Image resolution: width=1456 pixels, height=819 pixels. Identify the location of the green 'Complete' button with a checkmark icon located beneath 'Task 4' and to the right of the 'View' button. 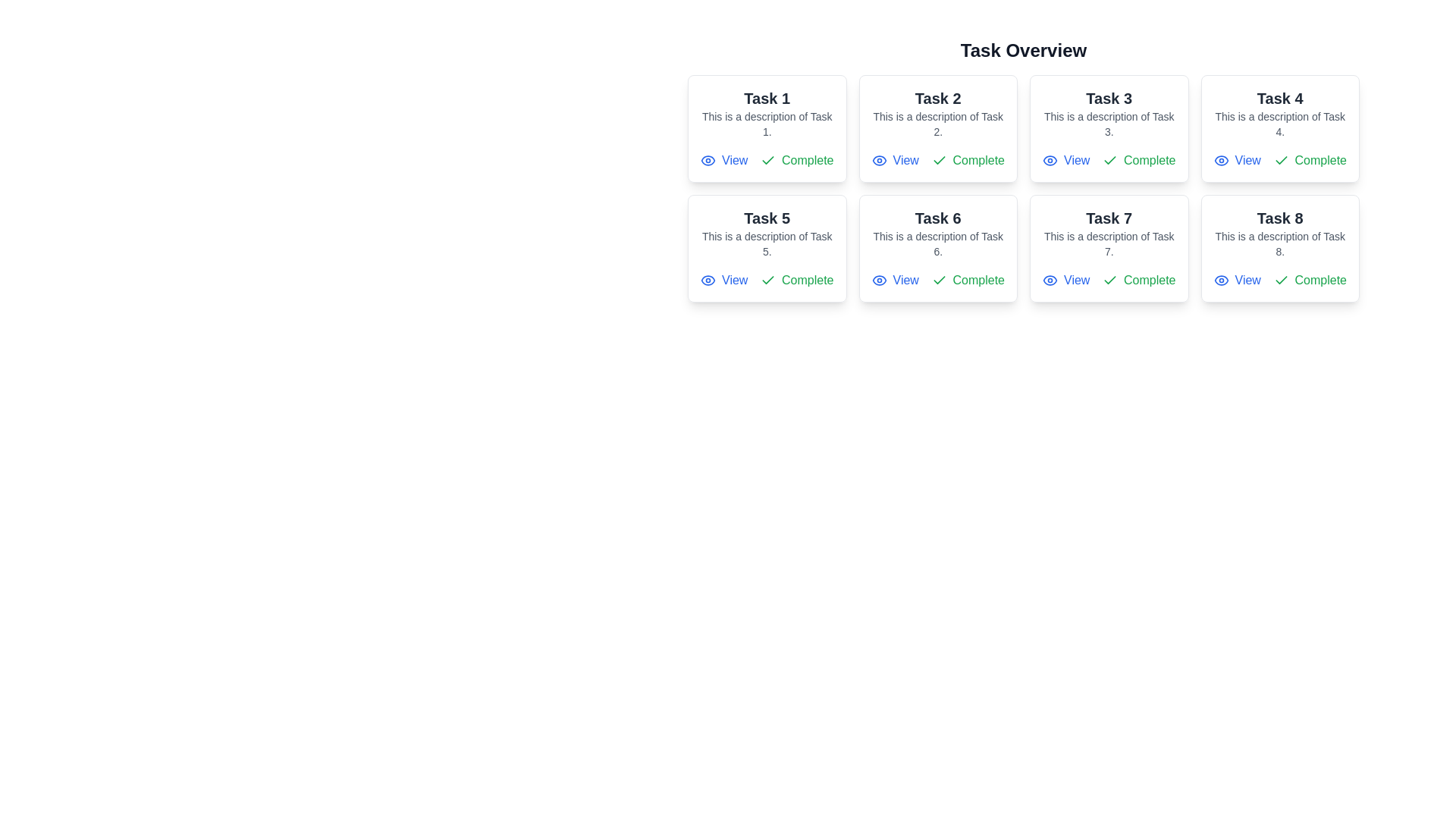
(1309, 161).